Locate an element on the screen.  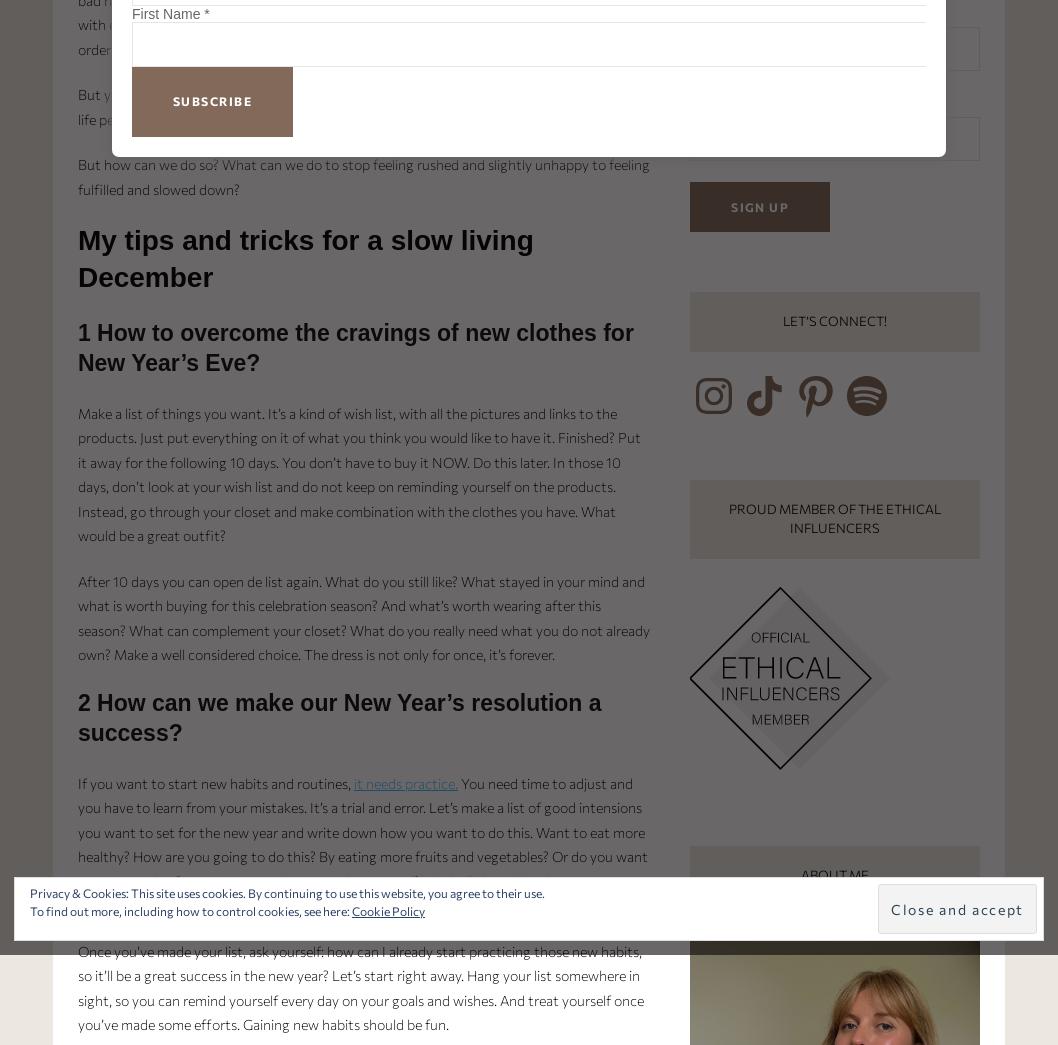
'it needs practice.' is located at coordinates (405, 782).